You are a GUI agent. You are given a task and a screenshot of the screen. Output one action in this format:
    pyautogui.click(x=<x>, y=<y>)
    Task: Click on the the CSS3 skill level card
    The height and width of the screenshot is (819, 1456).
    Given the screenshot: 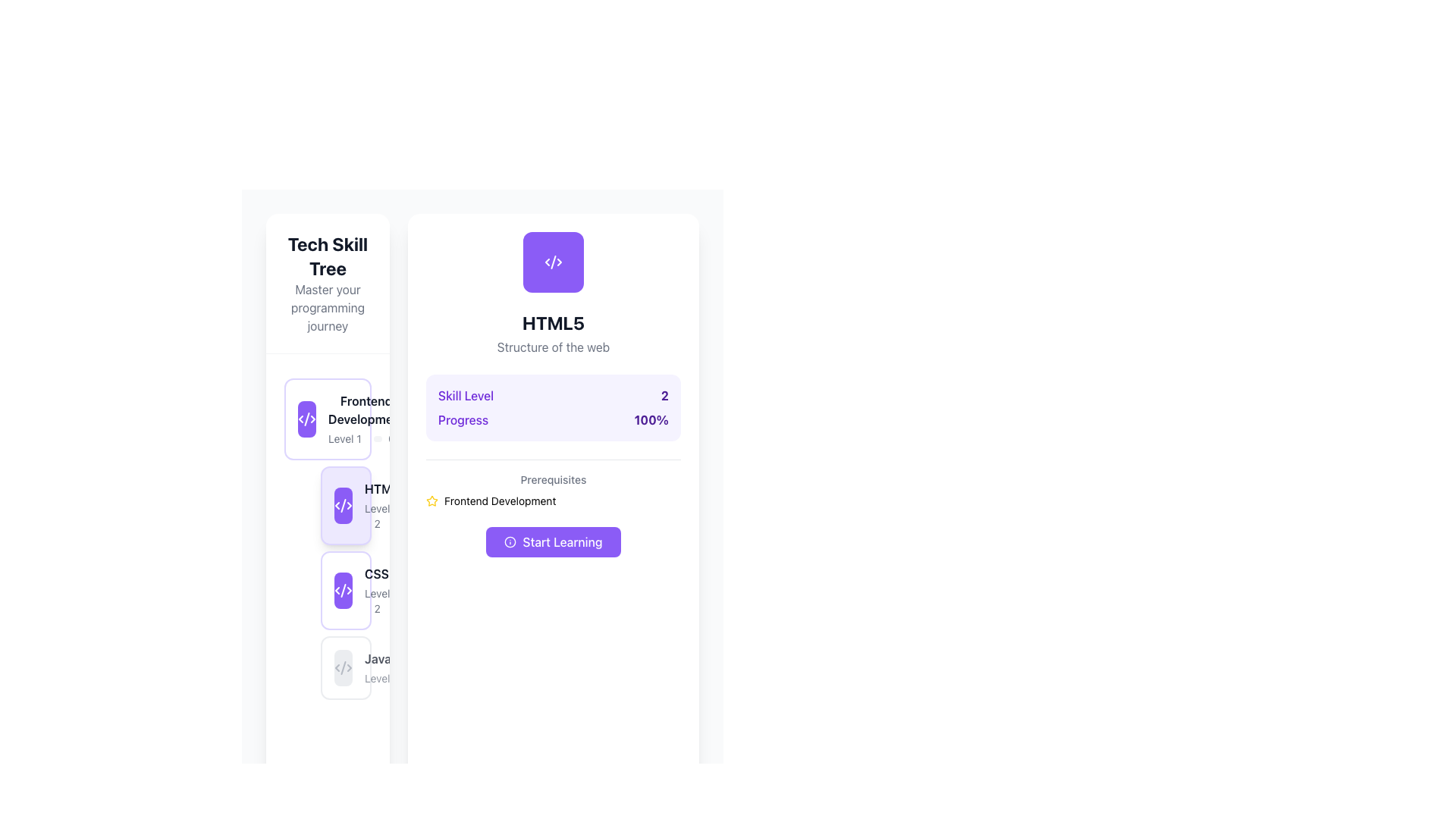 What is the action you would take?
    pyautogui.click(x=327, y=590)
    